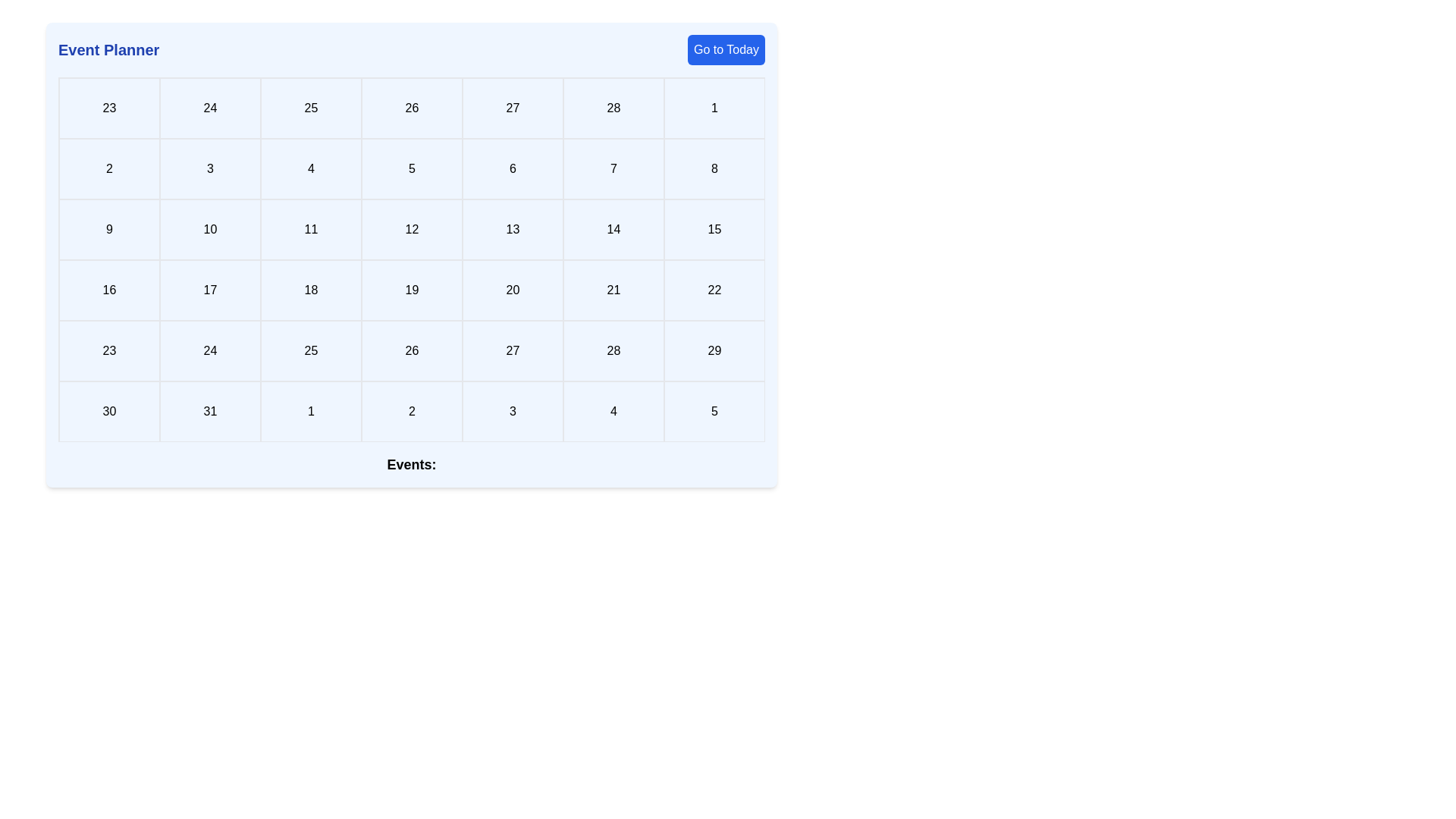 This screenshot has height=819, width=1456. Describe the element at coordinates (513, 230) in the screenshot. I see `the Calendar Day Cell displaying number '13'` at that location.